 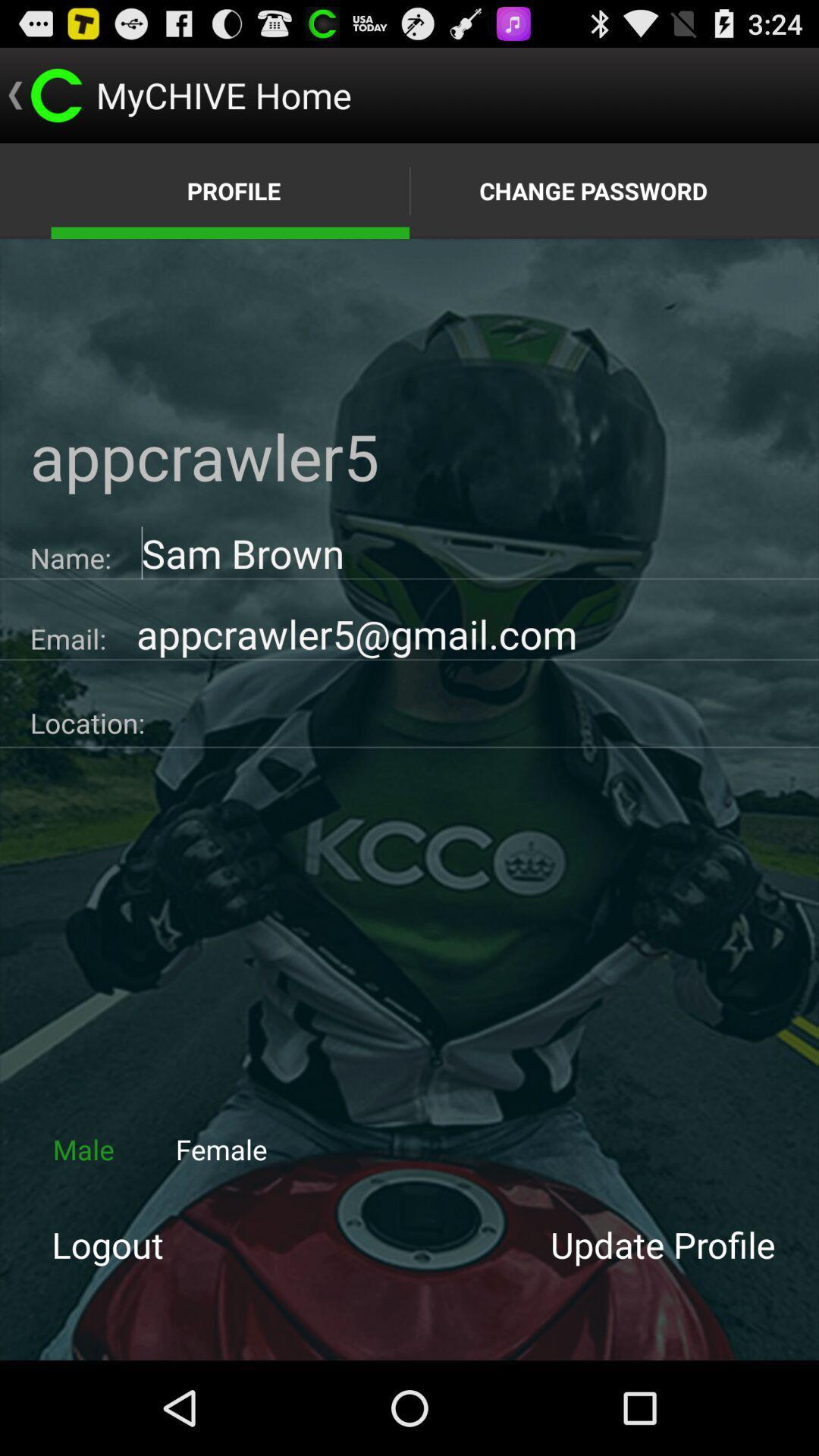 What do you see at coordinates (231, 190) in the screenshot?
I see `the text which is left of the text change password` at bounding box center [231, 190].